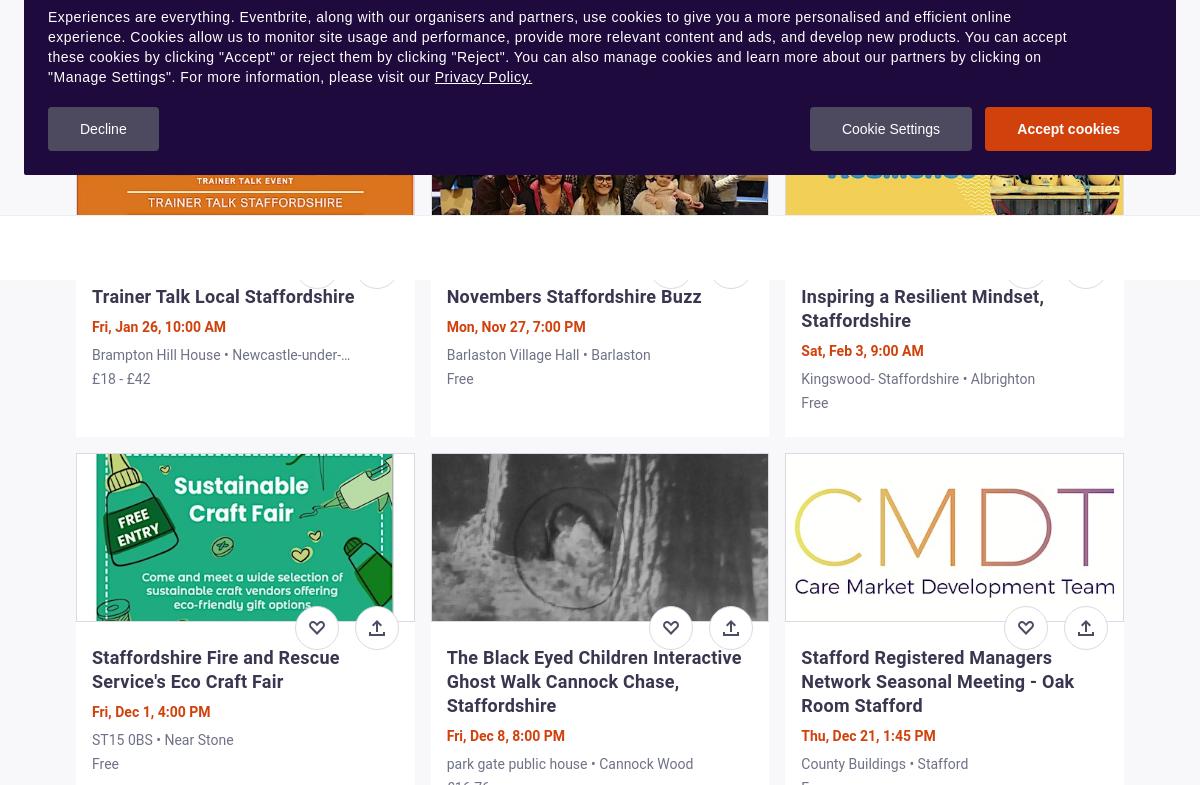 Image resolution: width=1200 pixels, height=785 pixels. What do you see at coordinates (504, 734) in the screenshot?
I see `'Fri, Dec 8, 8:00 PM'` at bounding box center [504, 734].